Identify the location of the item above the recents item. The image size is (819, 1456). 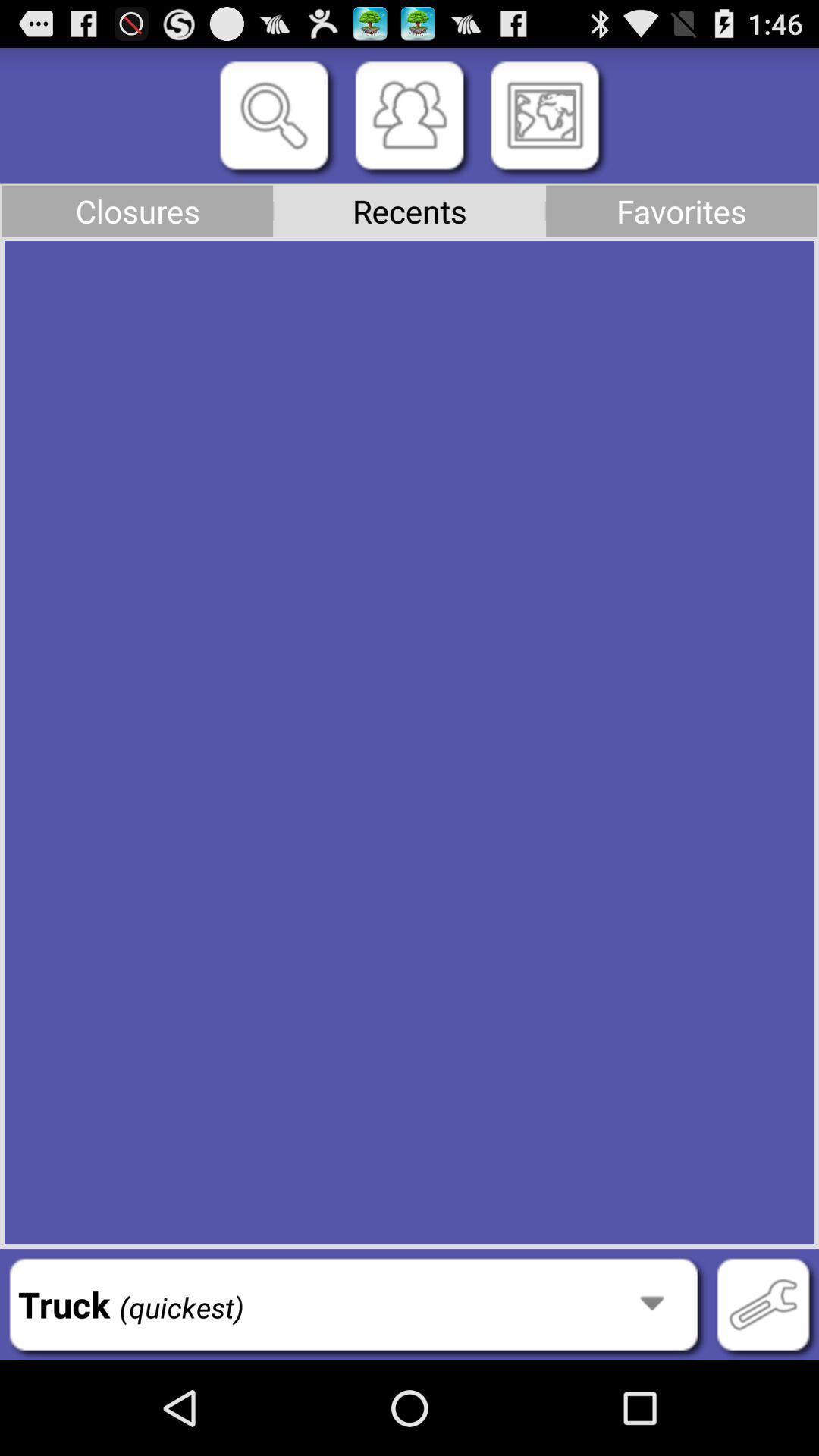
(544, 115).